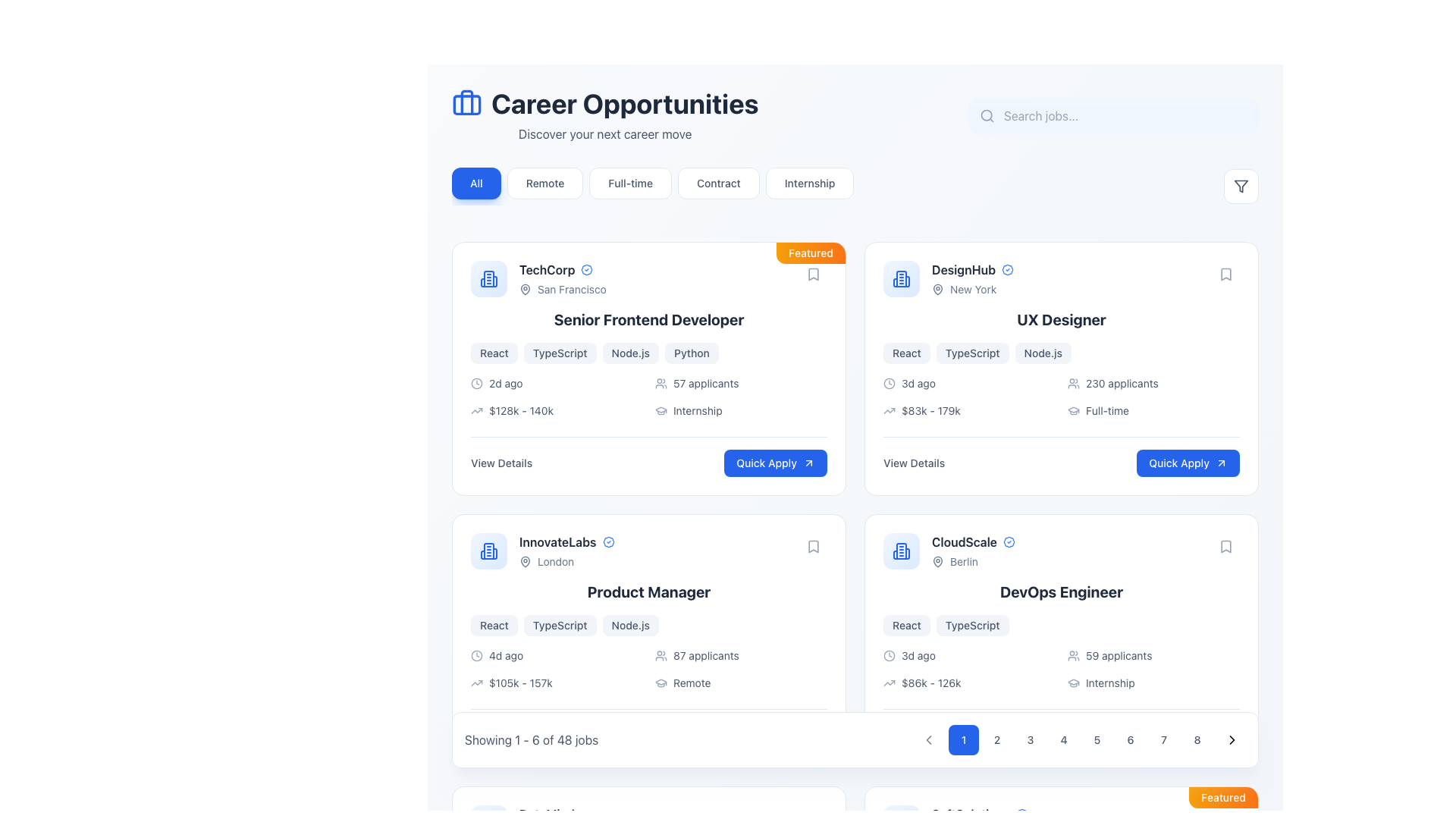 The height and width of the screenshot is (819, 1456). What do you see at coordinates (1241, 186) in the screenshot?
I see `the small filter icon styled as a trapezoidal funnel located in the top-right corner of the interface` at bounding box center [1241, 186].